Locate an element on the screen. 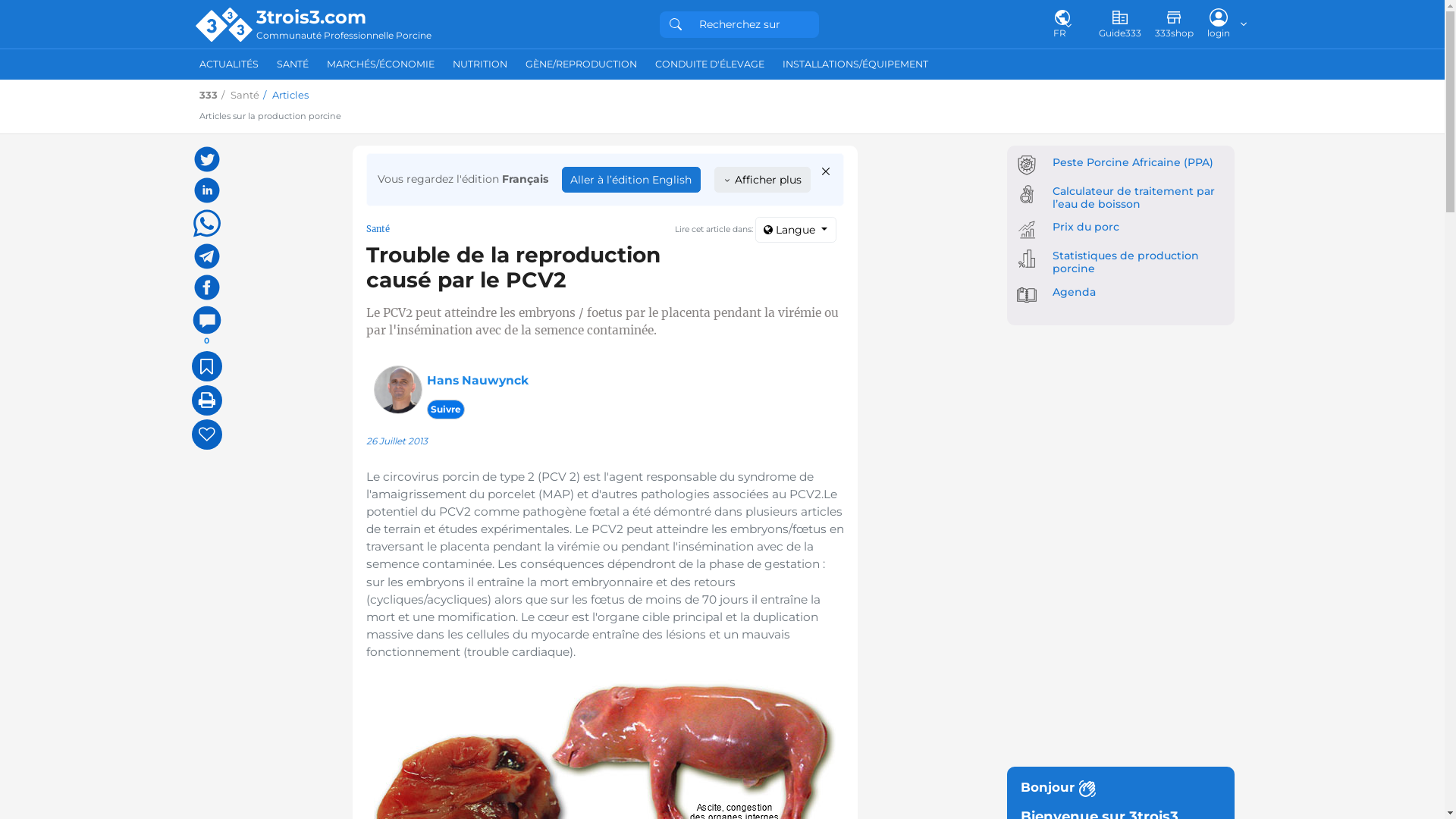 The image size is (1456, 819). 'Ajouter aux Favoris' is located at coordinates (206, 366).